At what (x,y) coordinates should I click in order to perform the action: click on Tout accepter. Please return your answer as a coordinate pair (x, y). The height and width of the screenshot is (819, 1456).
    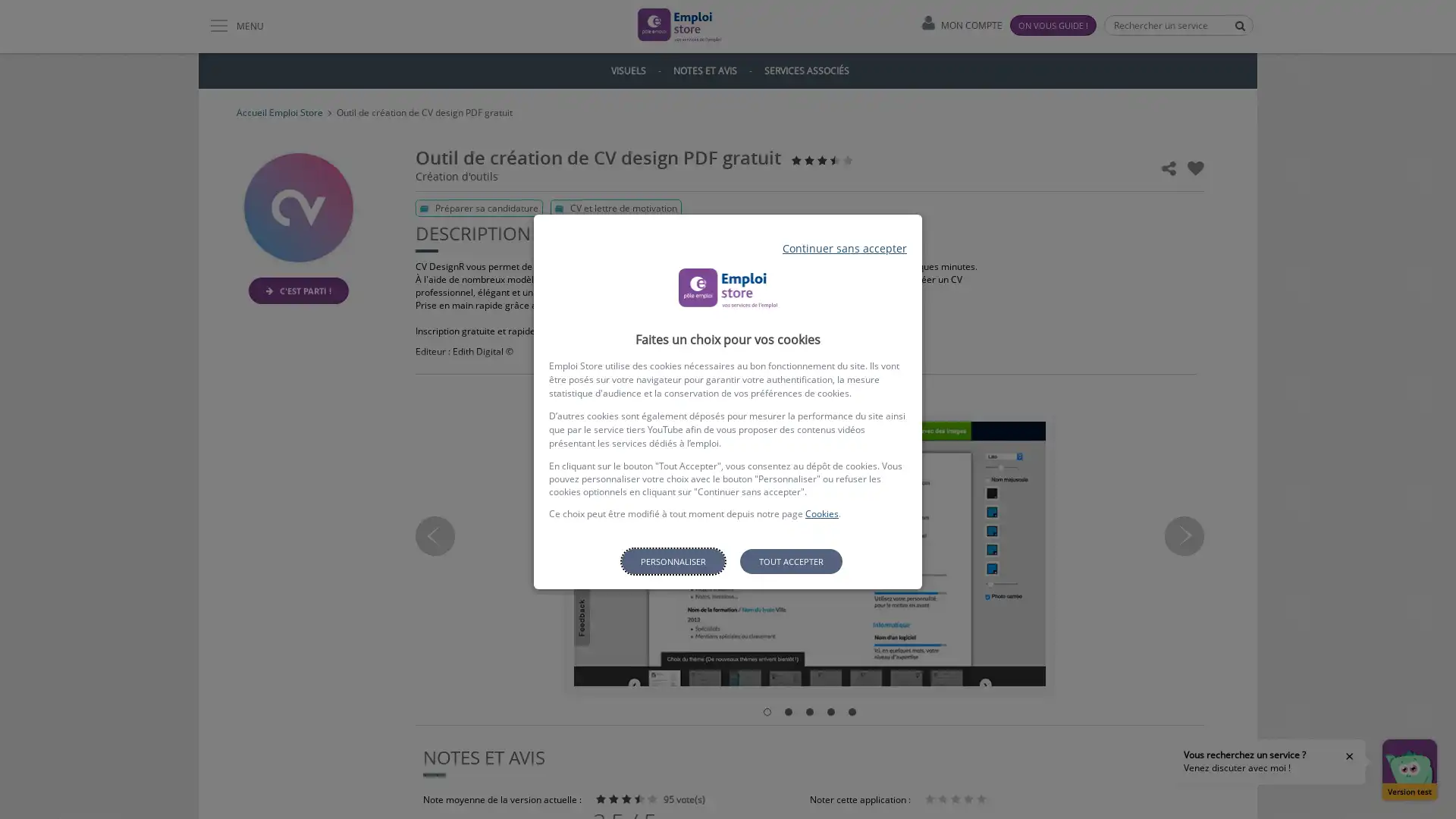
    Looking at the image, I should click on (789, 561).